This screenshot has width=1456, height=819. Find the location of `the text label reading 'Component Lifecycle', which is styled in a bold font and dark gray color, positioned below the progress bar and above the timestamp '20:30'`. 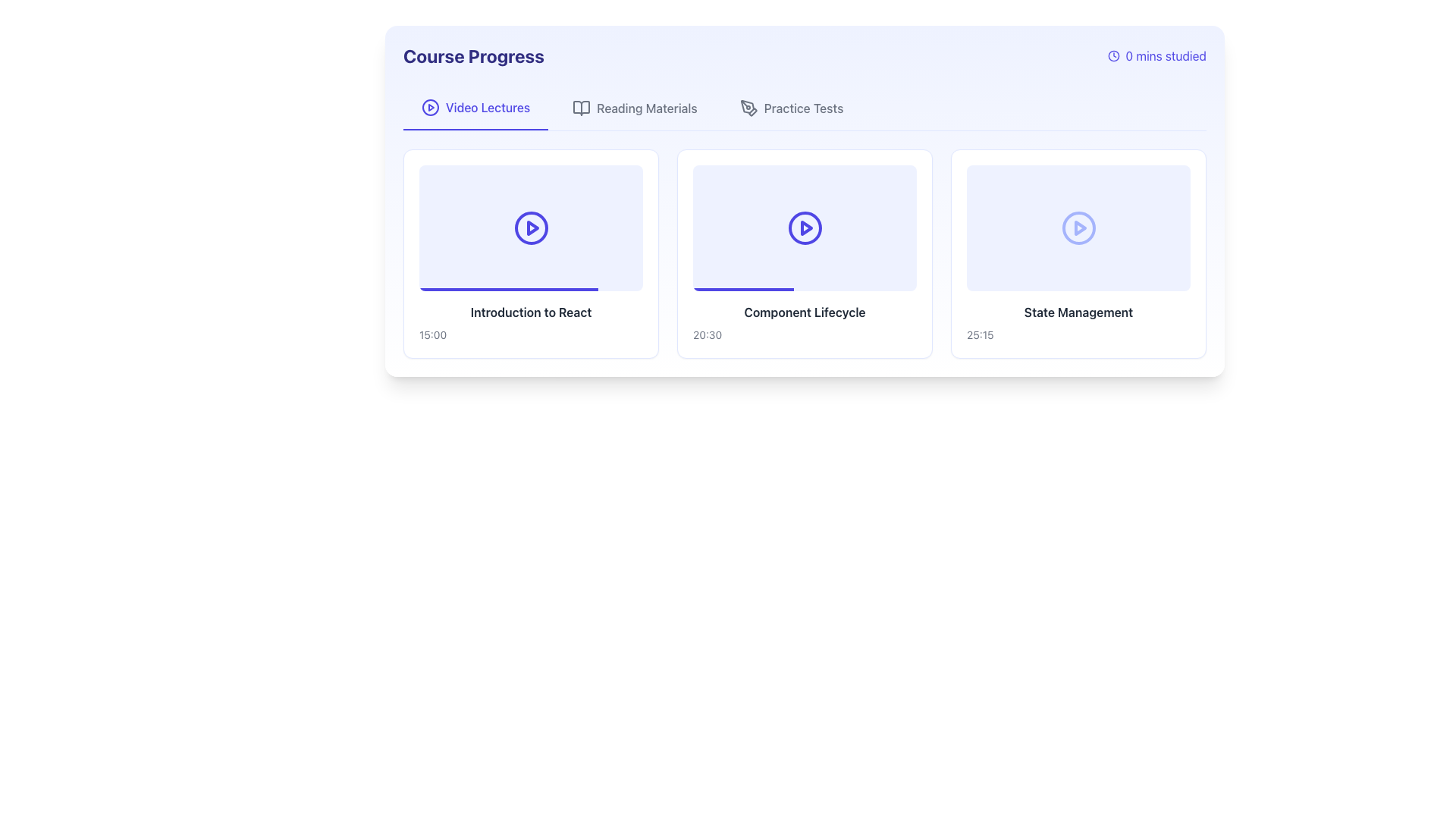

the text label reading 'Component Lifecycle', which is styled in a bold font and dark gray color, positioned below the progress bar and above the timestamp '20:30' is located at coordinates (804, 311).